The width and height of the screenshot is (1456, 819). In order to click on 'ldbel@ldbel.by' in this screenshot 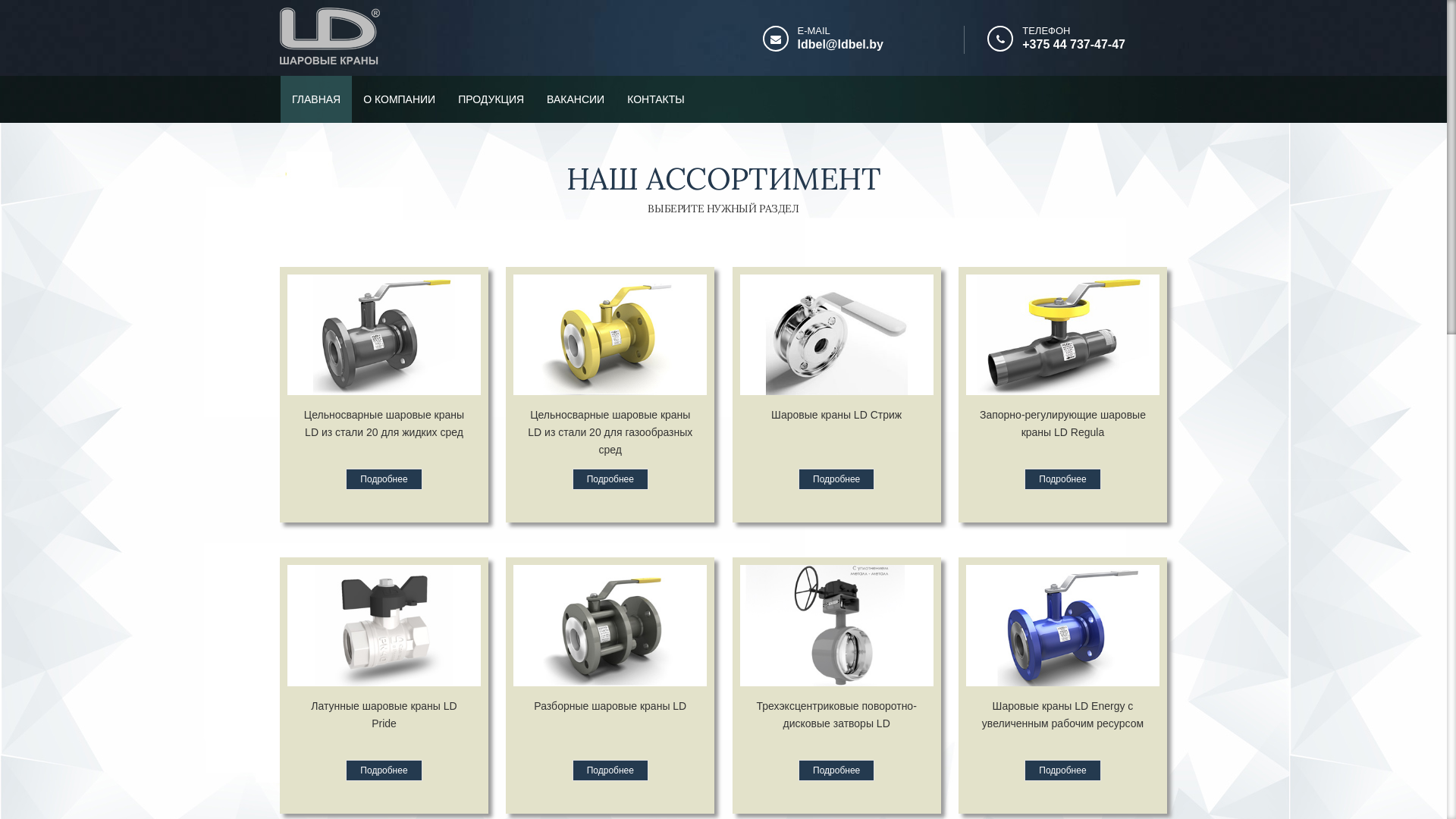, I will do `click(839, 43)`.